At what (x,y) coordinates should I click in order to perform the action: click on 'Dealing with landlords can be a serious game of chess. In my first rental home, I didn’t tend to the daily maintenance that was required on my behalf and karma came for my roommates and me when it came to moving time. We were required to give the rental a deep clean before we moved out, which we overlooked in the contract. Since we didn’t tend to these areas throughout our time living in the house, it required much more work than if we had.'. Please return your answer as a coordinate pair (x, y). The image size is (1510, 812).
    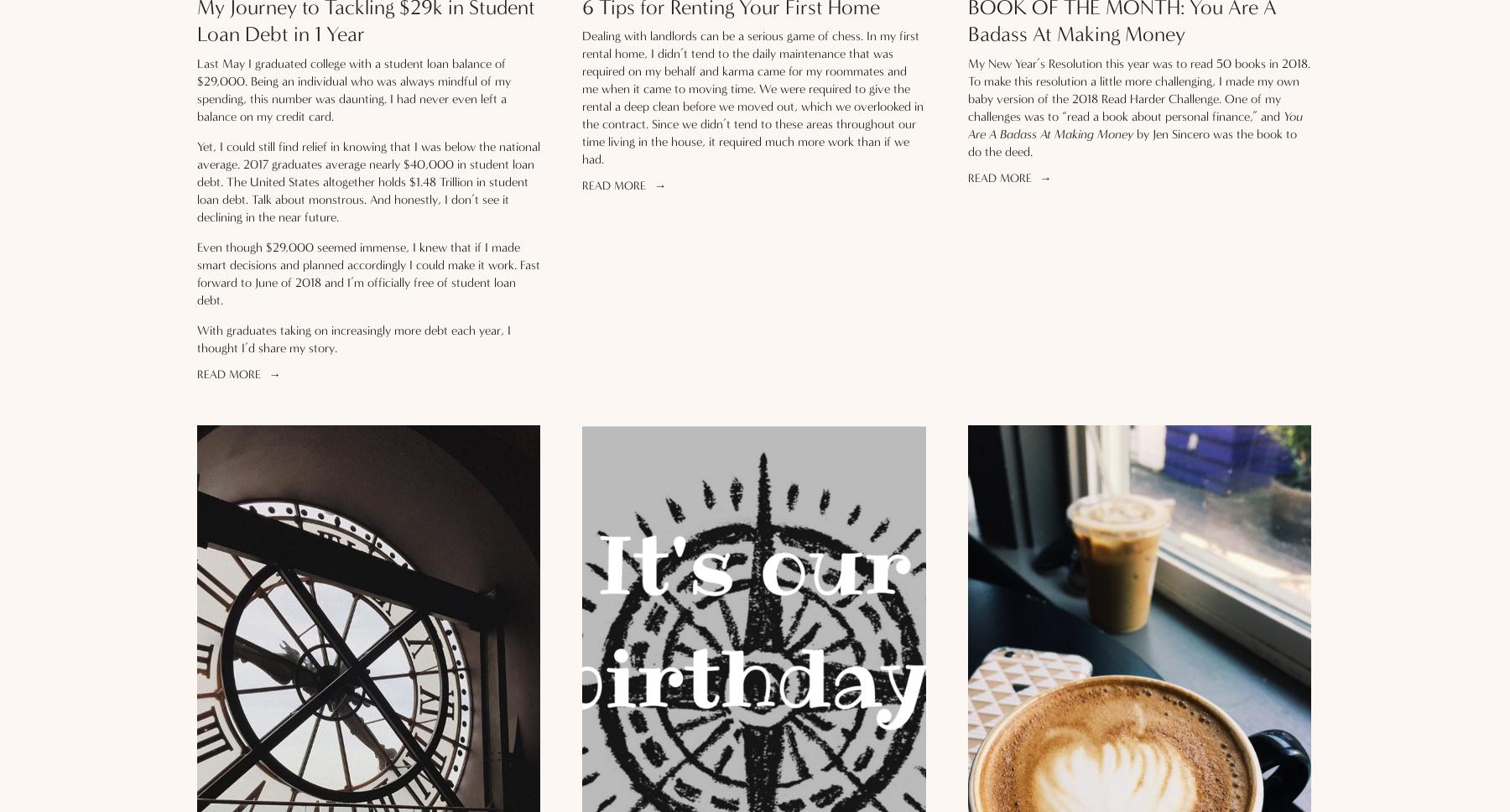
    Looking at the image, I should click on (581, 97).